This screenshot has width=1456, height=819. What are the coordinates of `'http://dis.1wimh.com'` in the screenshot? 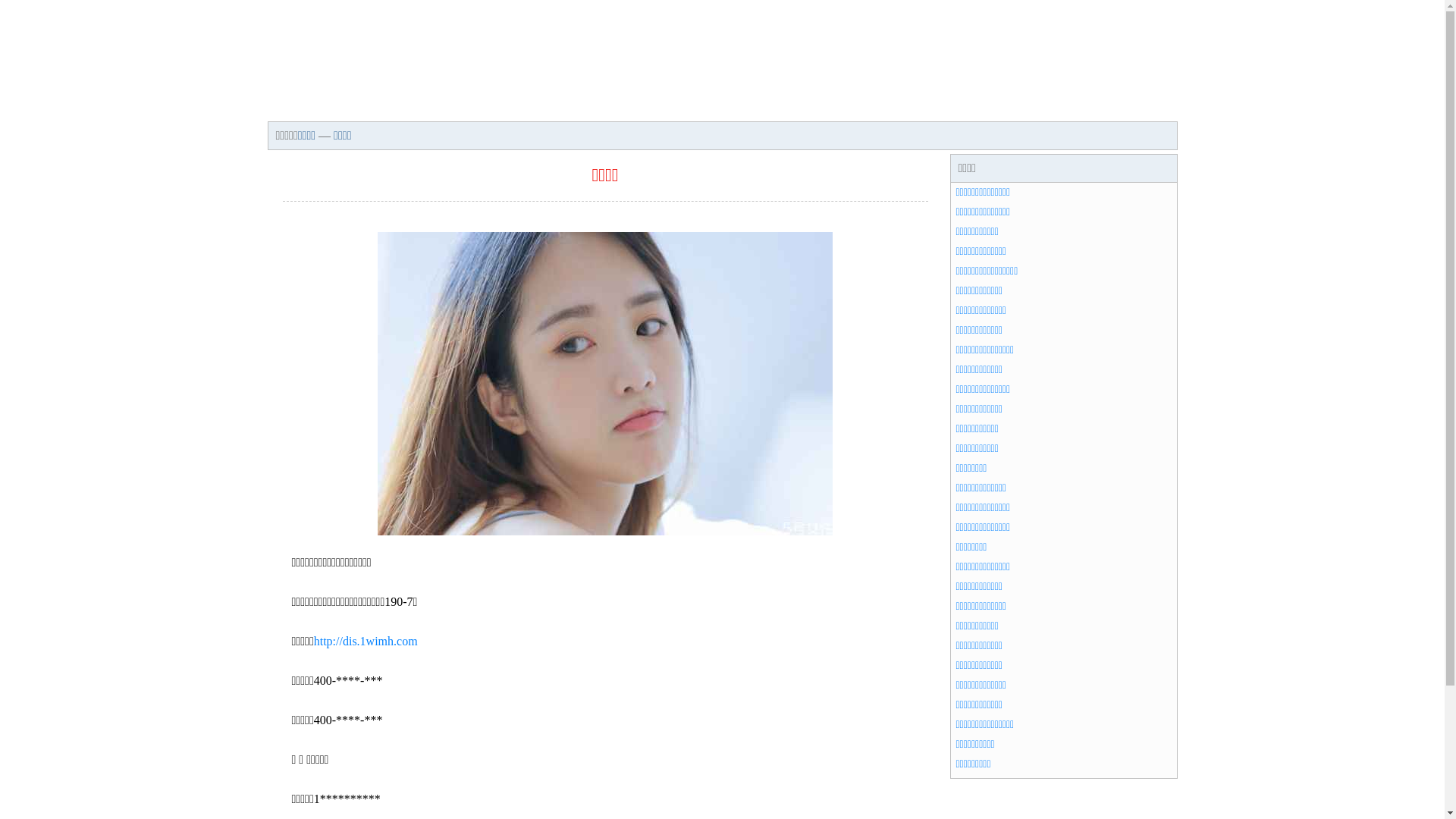 It's located at (366, 641).